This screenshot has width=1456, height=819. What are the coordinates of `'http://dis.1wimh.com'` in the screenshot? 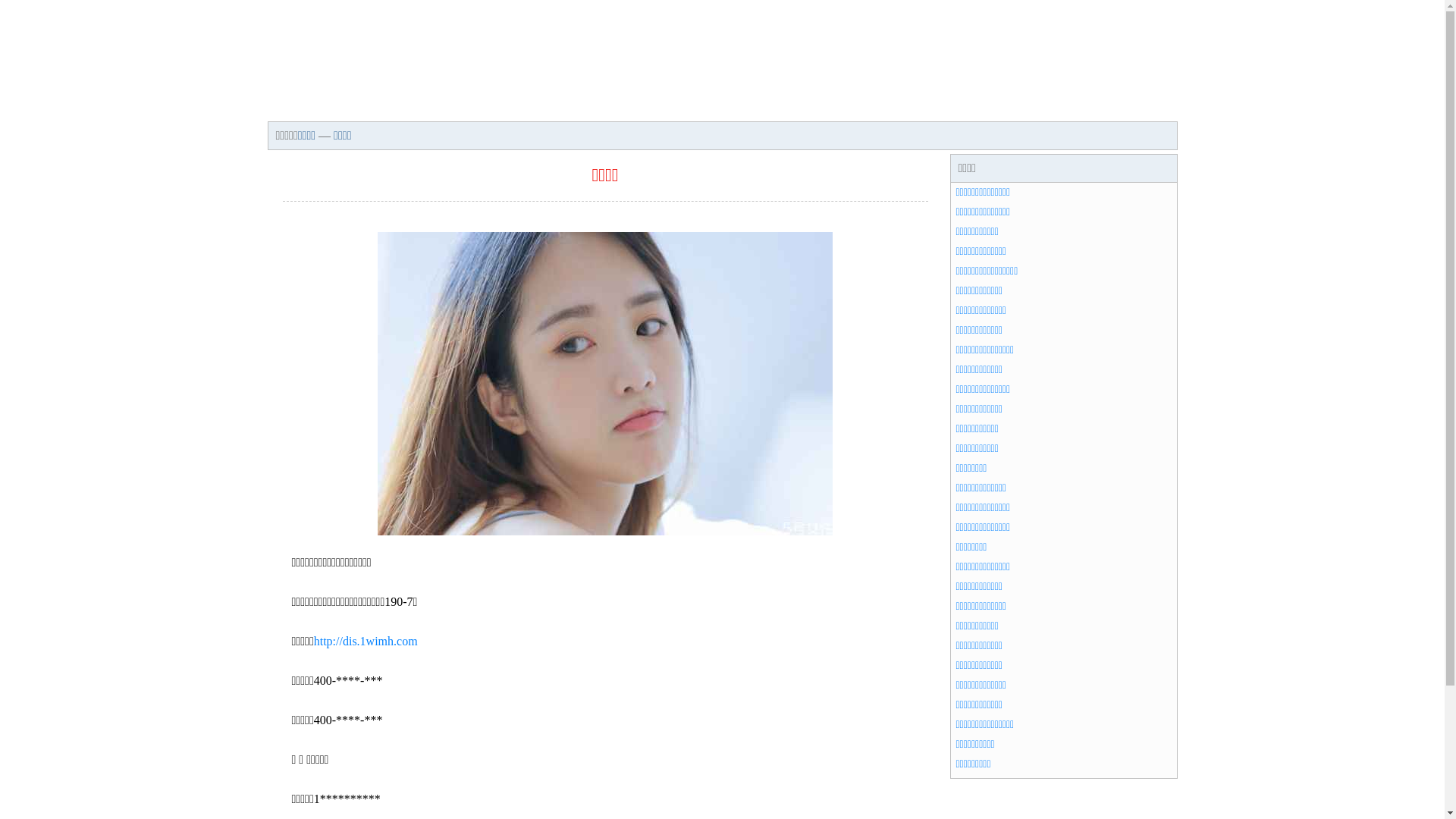 It's located at (366, 641).